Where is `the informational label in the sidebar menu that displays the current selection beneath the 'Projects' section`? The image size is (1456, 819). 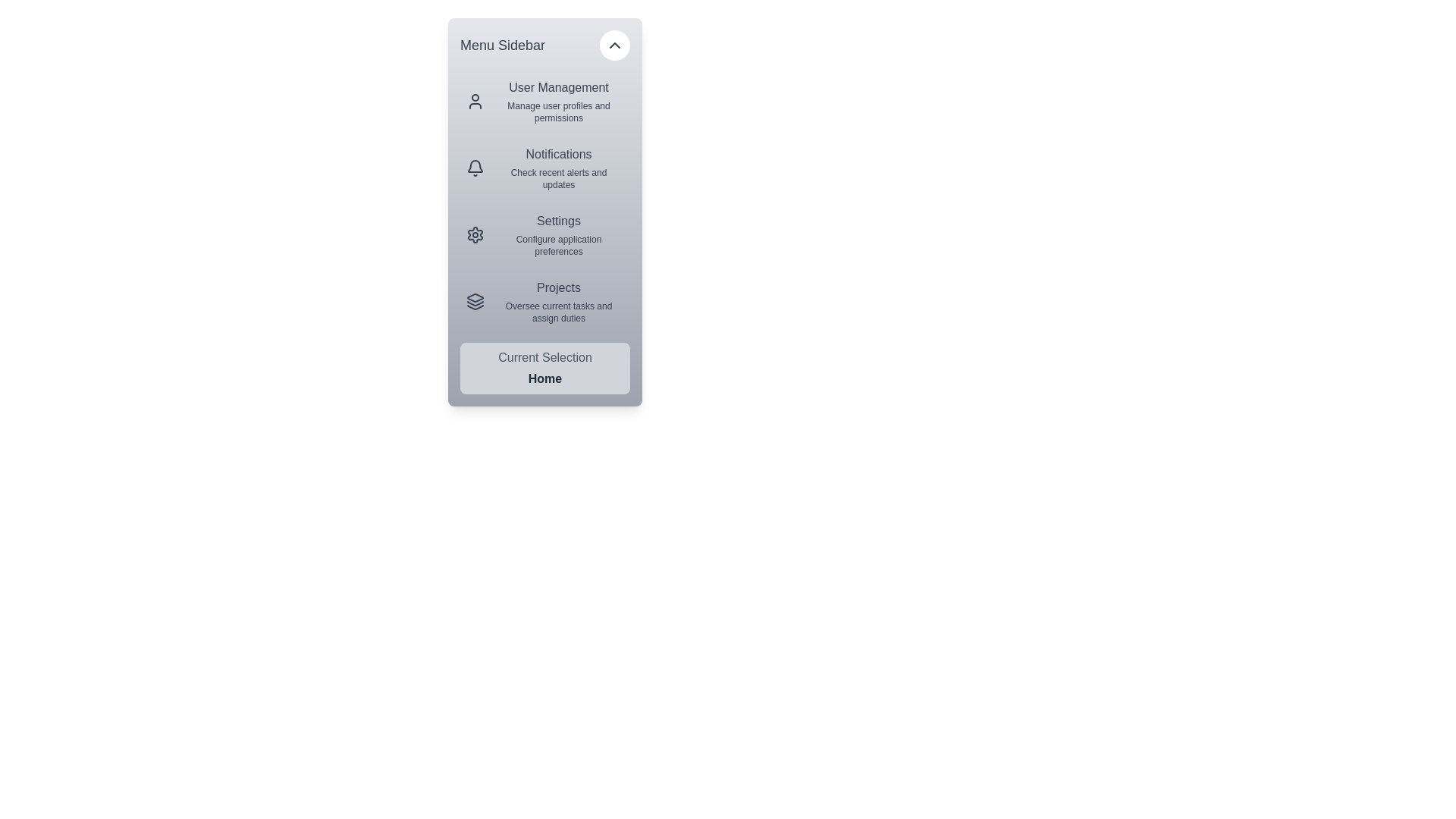
the informational label in the sidebar menu that displays the current selection beneath the 'Projects' section is located at coordinates (545, 369).